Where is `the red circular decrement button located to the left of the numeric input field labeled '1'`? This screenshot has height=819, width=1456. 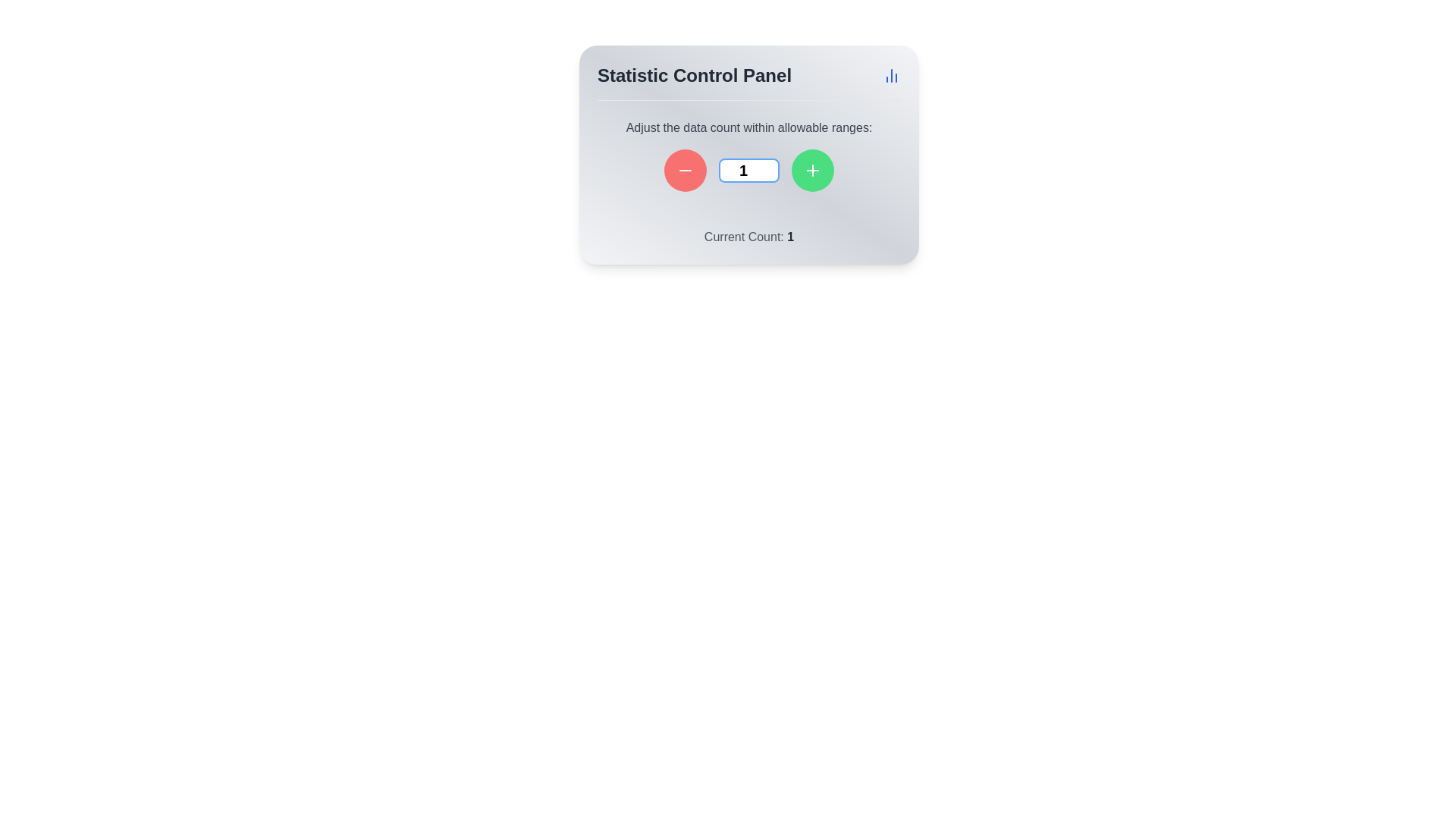 the red circular decrement button located to the left of the numeric input field labeled '1' is located at coordinates (684, 170).